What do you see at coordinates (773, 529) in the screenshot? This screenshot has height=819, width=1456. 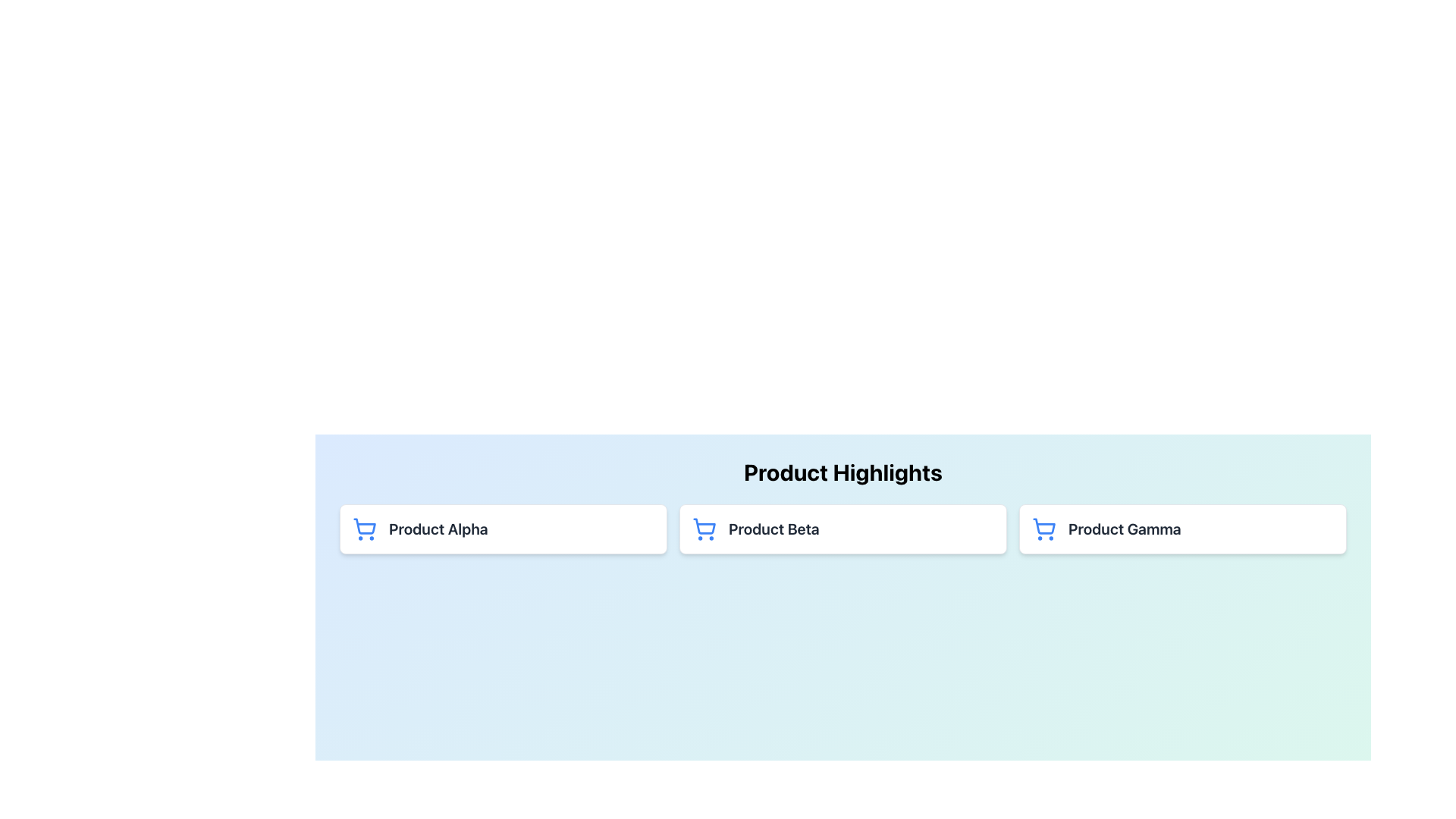 I see `the text label that reads 'Product Beta', which is styled with a bold font and dark coloring, located as the central item under the 'Product Highlights' header` at bounding box center [773, 529].